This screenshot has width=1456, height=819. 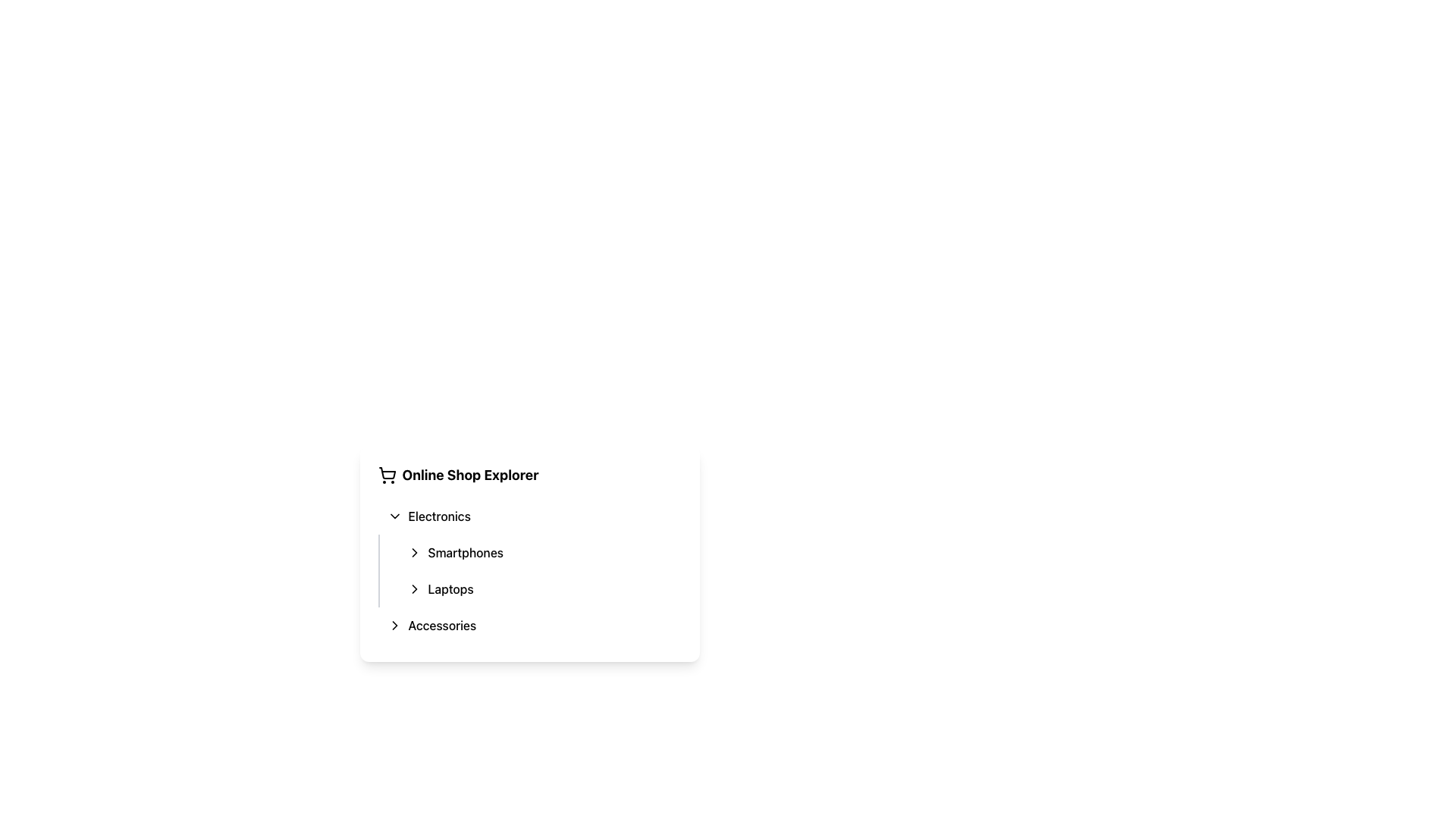 I want to click on the chevron right icon next to the 'Accessories' menu, so click(x=394, y=626).